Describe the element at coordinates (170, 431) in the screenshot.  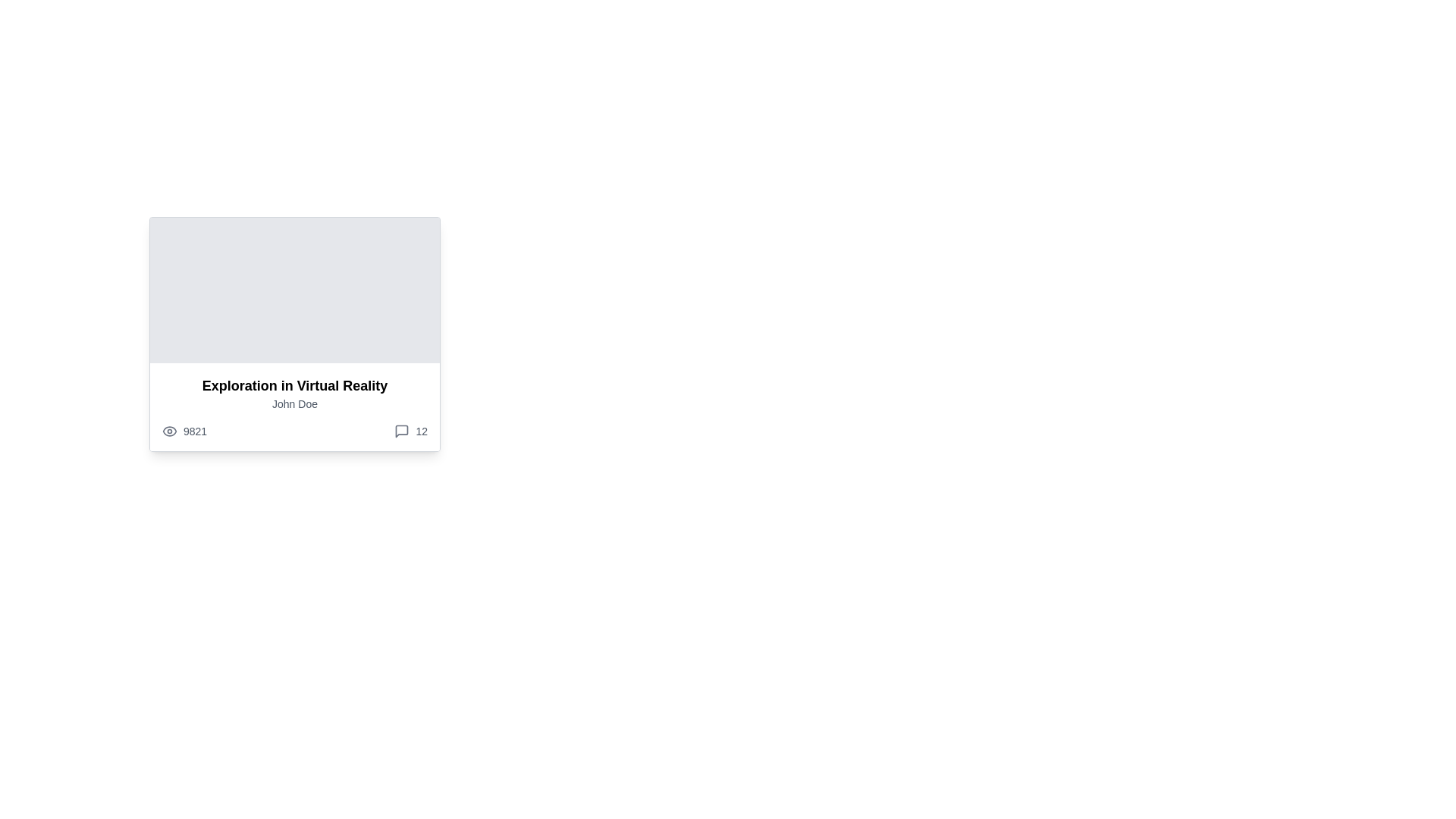
I see `the visibility icon located to the left of the text '9821'` at that location.